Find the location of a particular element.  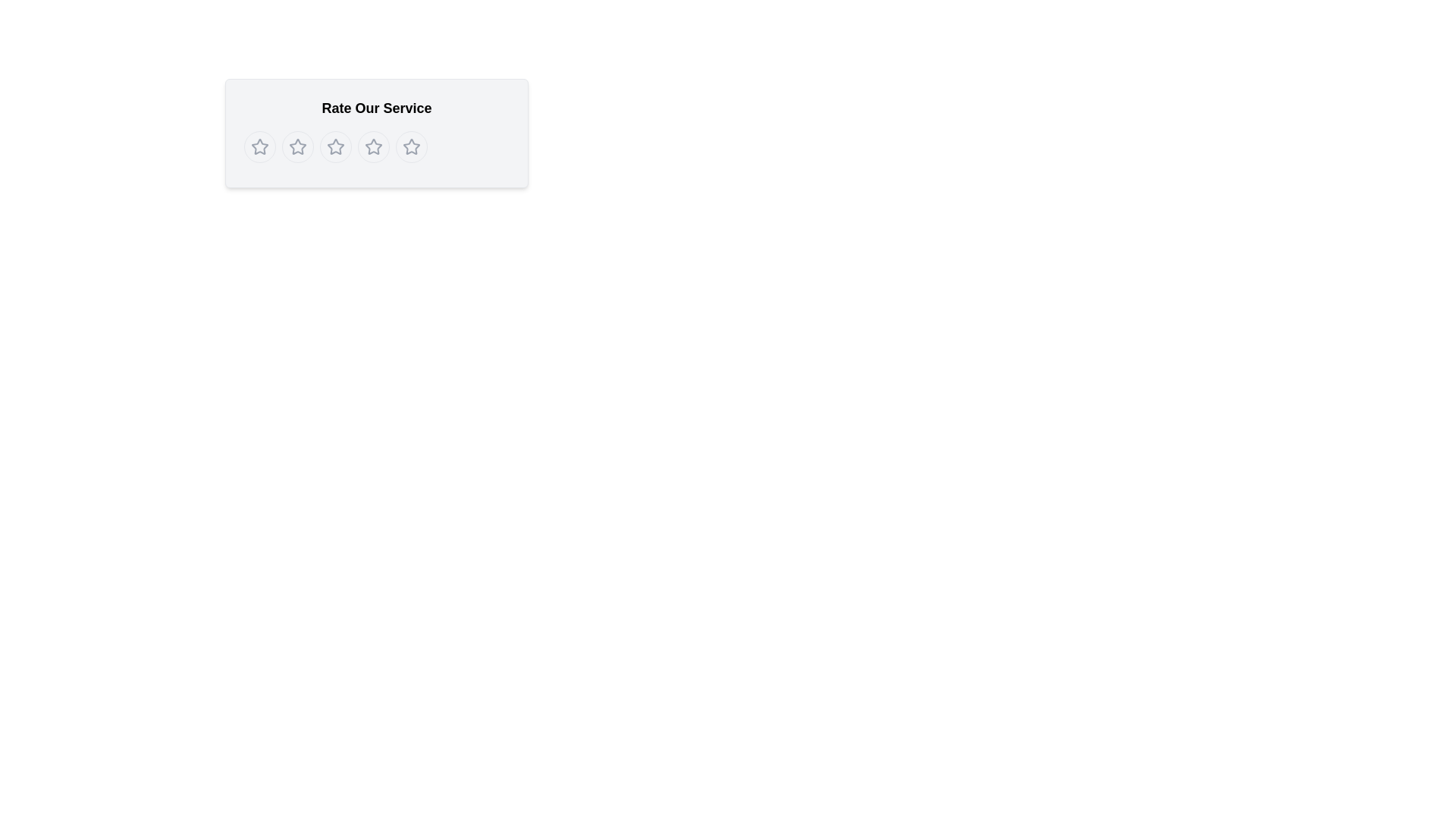

the fourth star icon in the rating system, which has a gray outline and is located under the heading 'Rate Our Service.' is located at coordinates (374, 146).